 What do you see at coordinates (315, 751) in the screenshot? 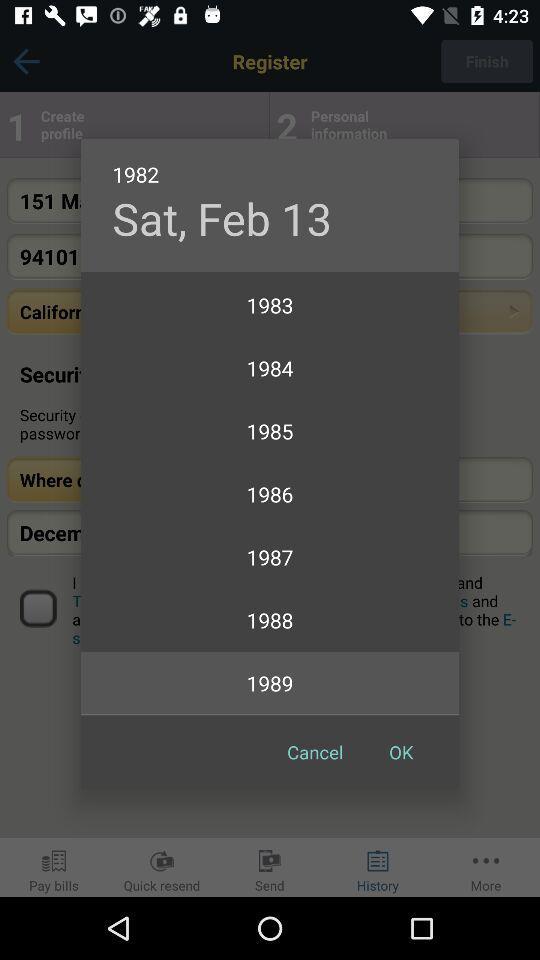
I see `item to the left of the ok button` at bounding box center [315, 751].